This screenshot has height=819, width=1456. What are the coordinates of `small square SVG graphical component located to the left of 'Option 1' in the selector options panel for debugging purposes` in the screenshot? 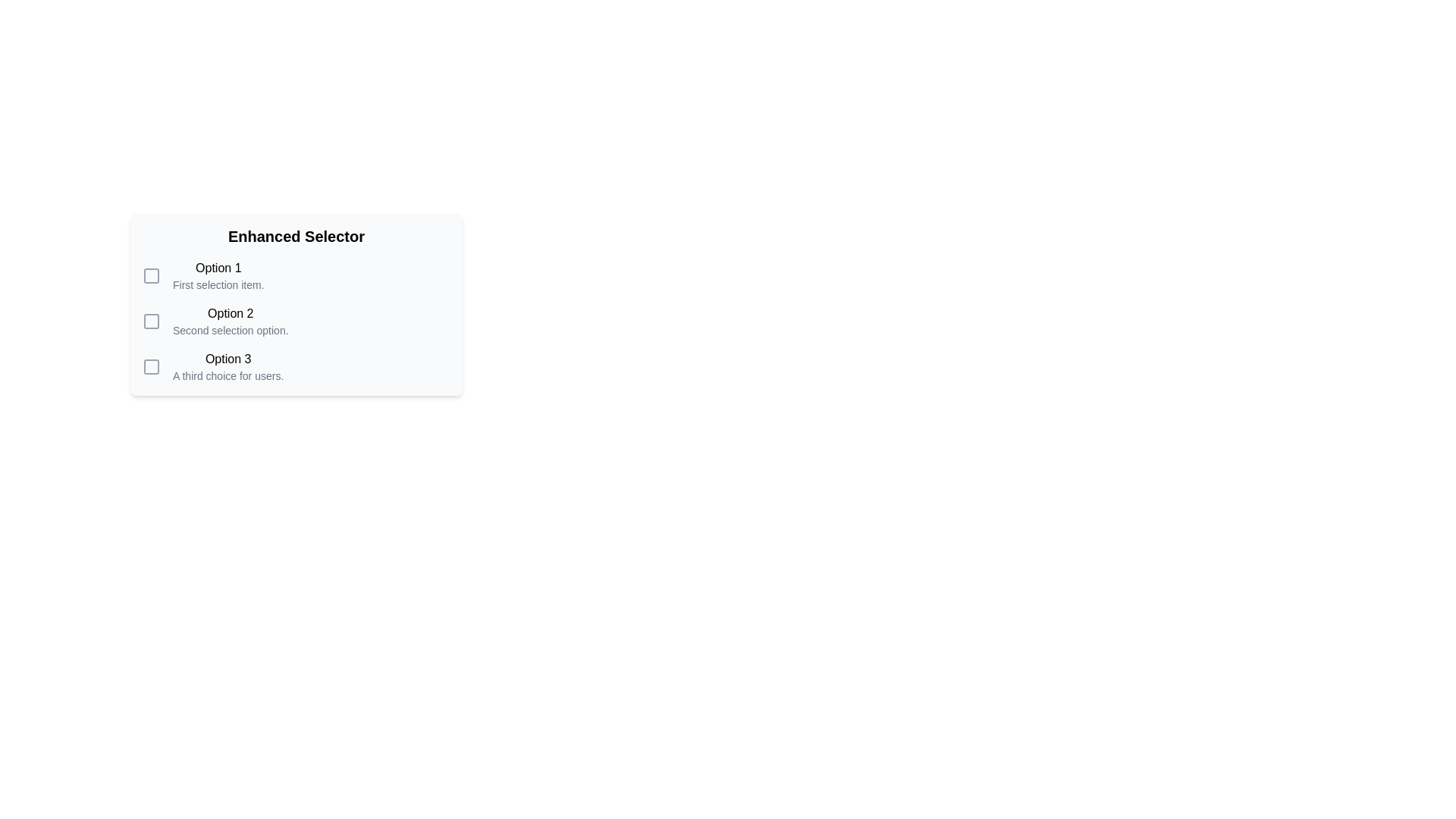 It's located at (152, 275).